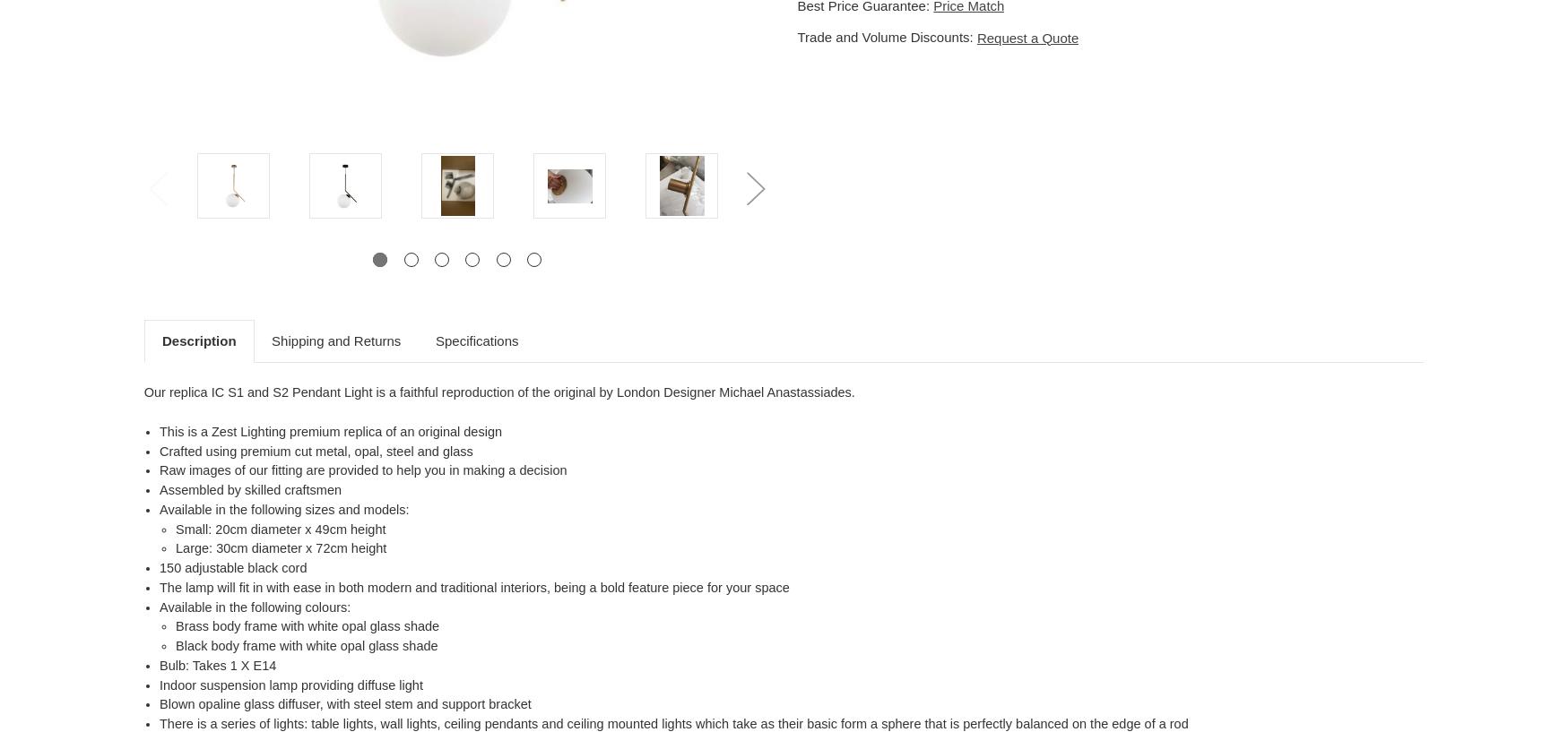  I want to click on 'Your first payment is taken when the order is processed and the remaining 3 are automatically taken every two weeks.', so click(792, 270).